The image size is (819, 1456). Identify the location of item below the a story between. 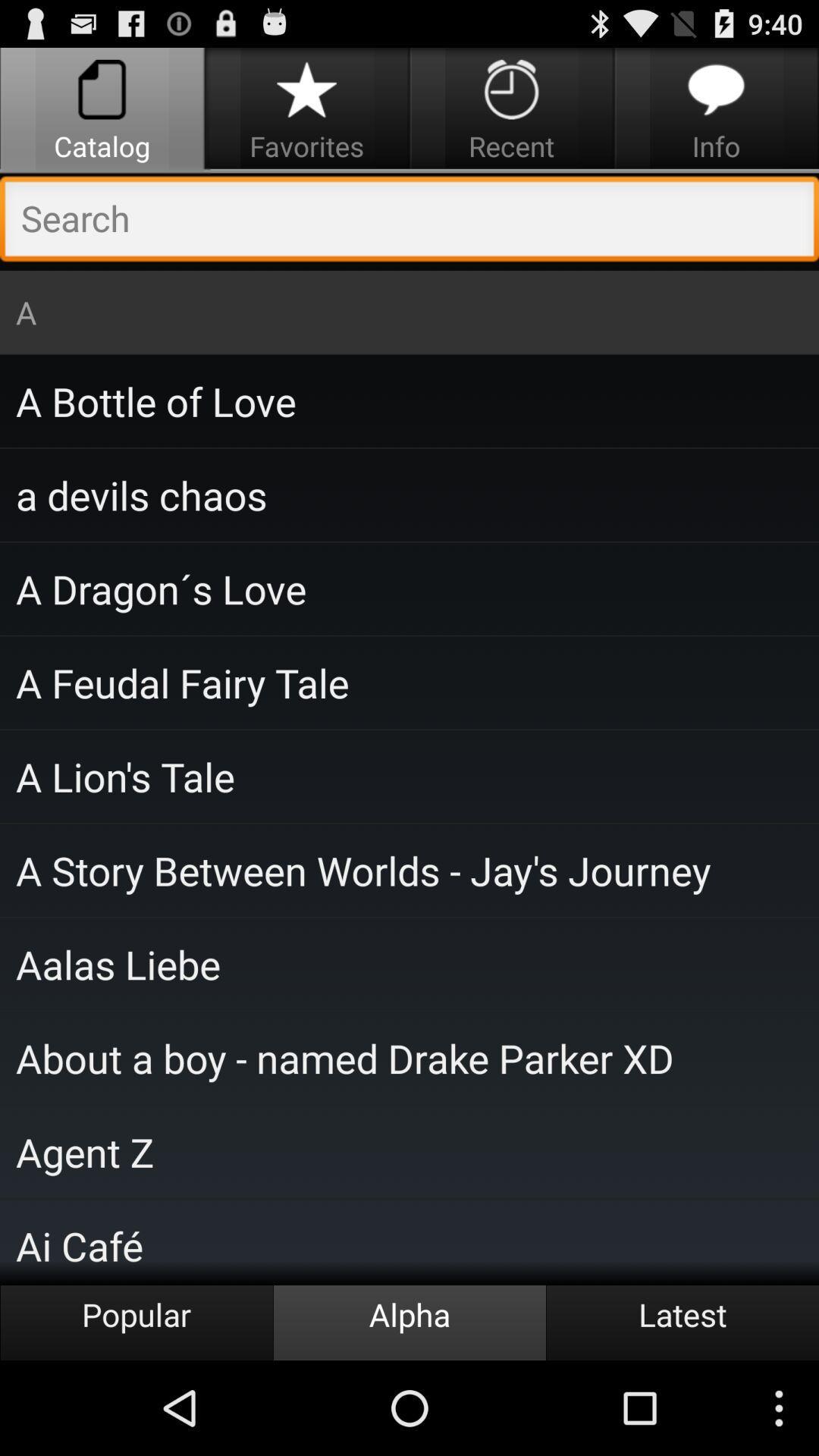
(409, 963).